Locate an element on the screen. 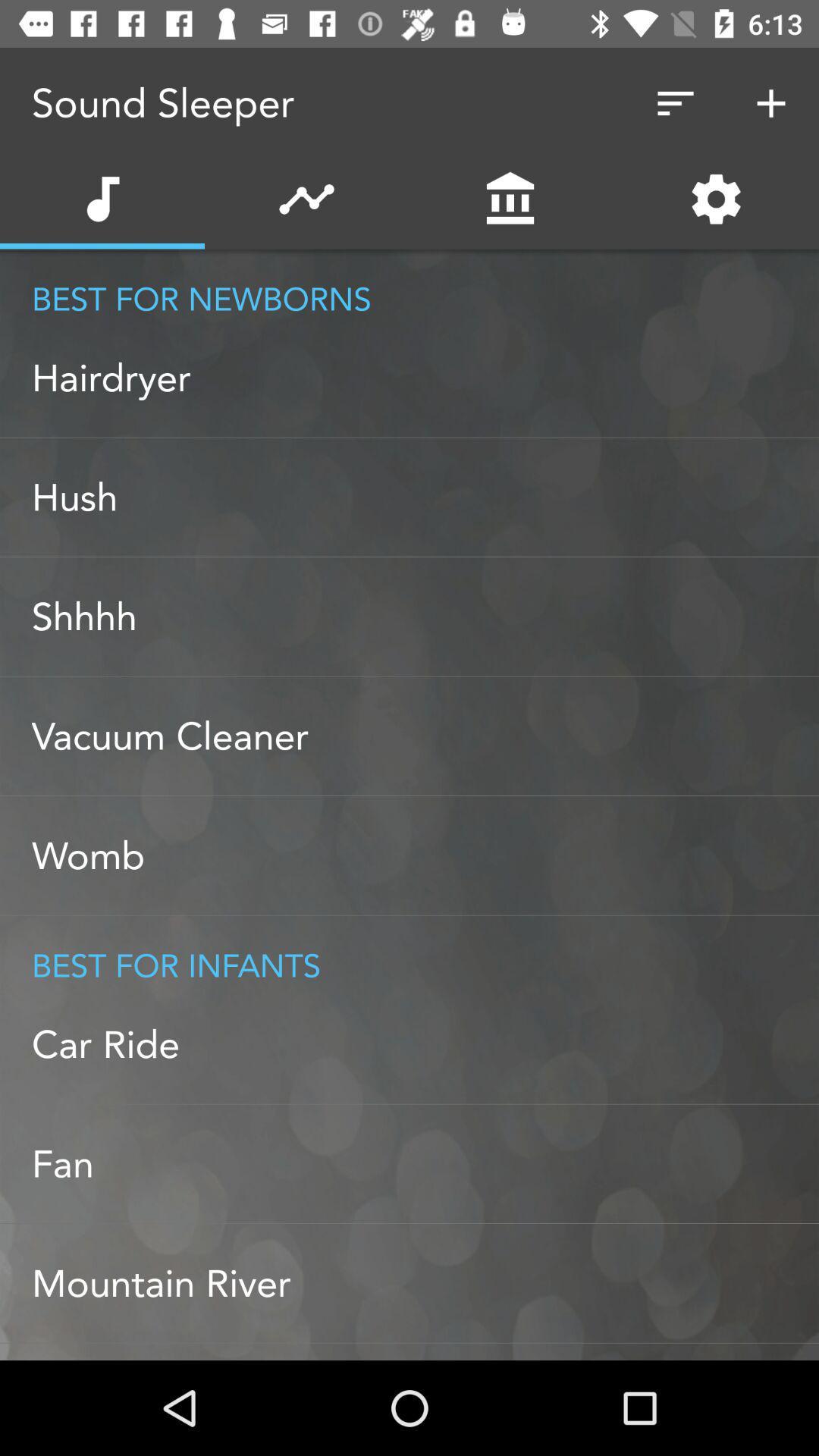 The image size is (819, 1456). the car ride item is located at coordinates (425, 1043).